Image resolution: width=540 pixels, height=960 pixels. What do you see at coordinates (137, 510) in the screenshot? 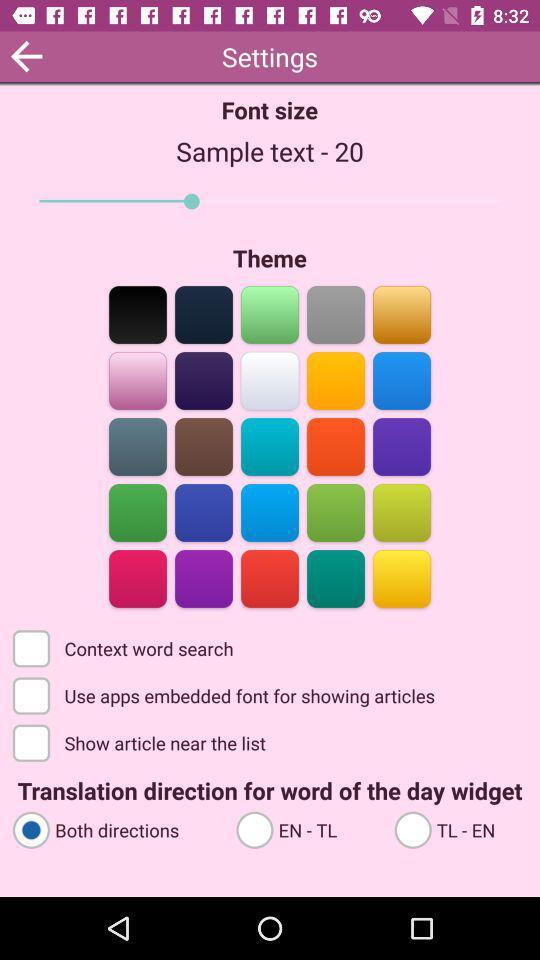
I see `choose green theme` at bounding box center [137, 510].